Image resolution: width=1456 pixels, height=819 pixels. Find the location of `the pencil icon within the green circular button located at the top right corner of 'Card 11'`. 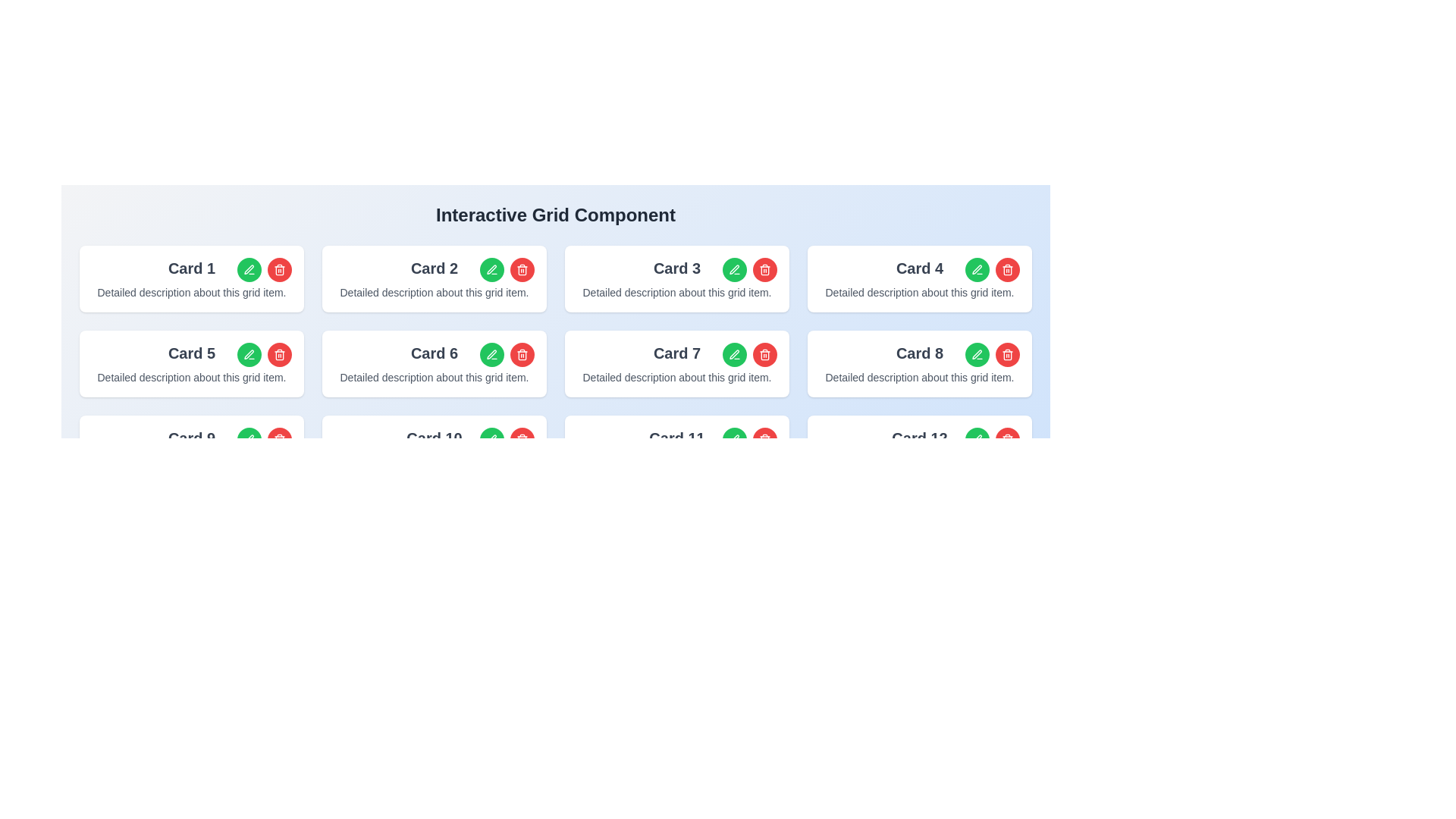

the pencil icon within the green circular button located at the top right corner of 'Card 11' is located at coordinates (735, 439).